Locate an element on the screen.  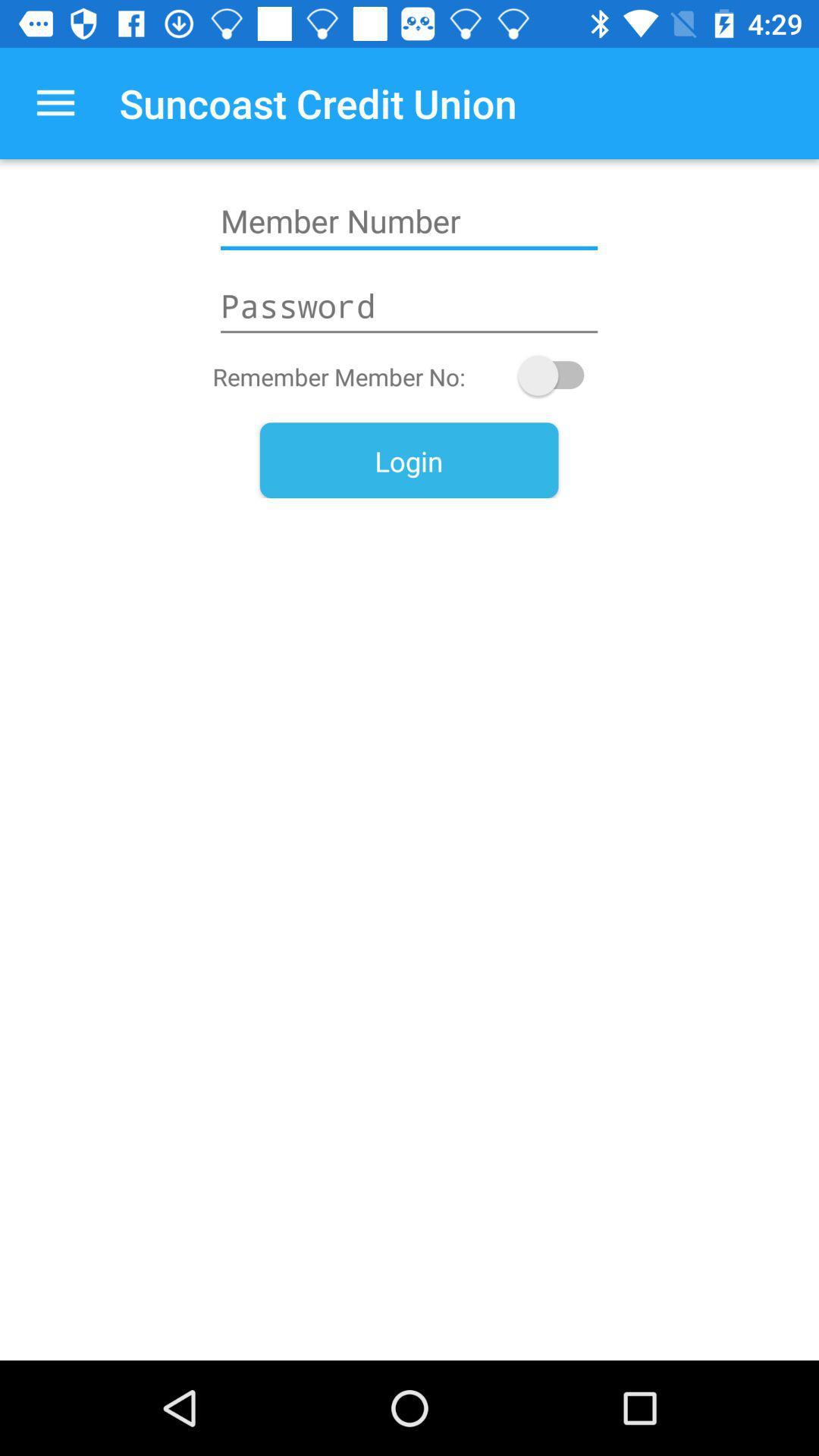
the login is located at coordinates (408, 460).